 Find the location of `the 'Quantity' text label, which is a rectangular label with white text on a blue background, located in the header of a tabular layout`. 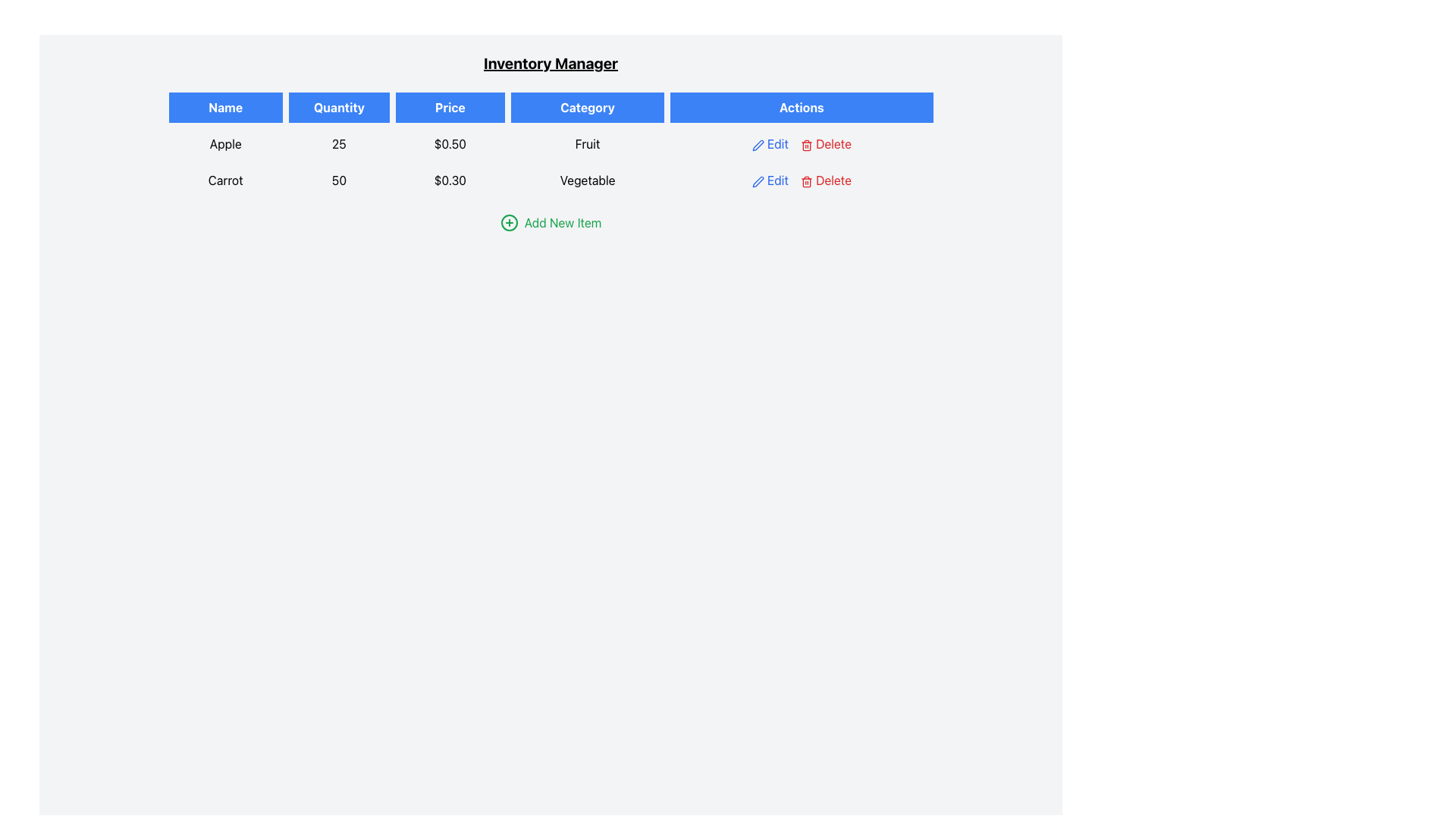

the 'Quantity' text label, which is a rectangular label with white text on a blue background, located in the header of a tabular layout is located at coordinates (338, 107).